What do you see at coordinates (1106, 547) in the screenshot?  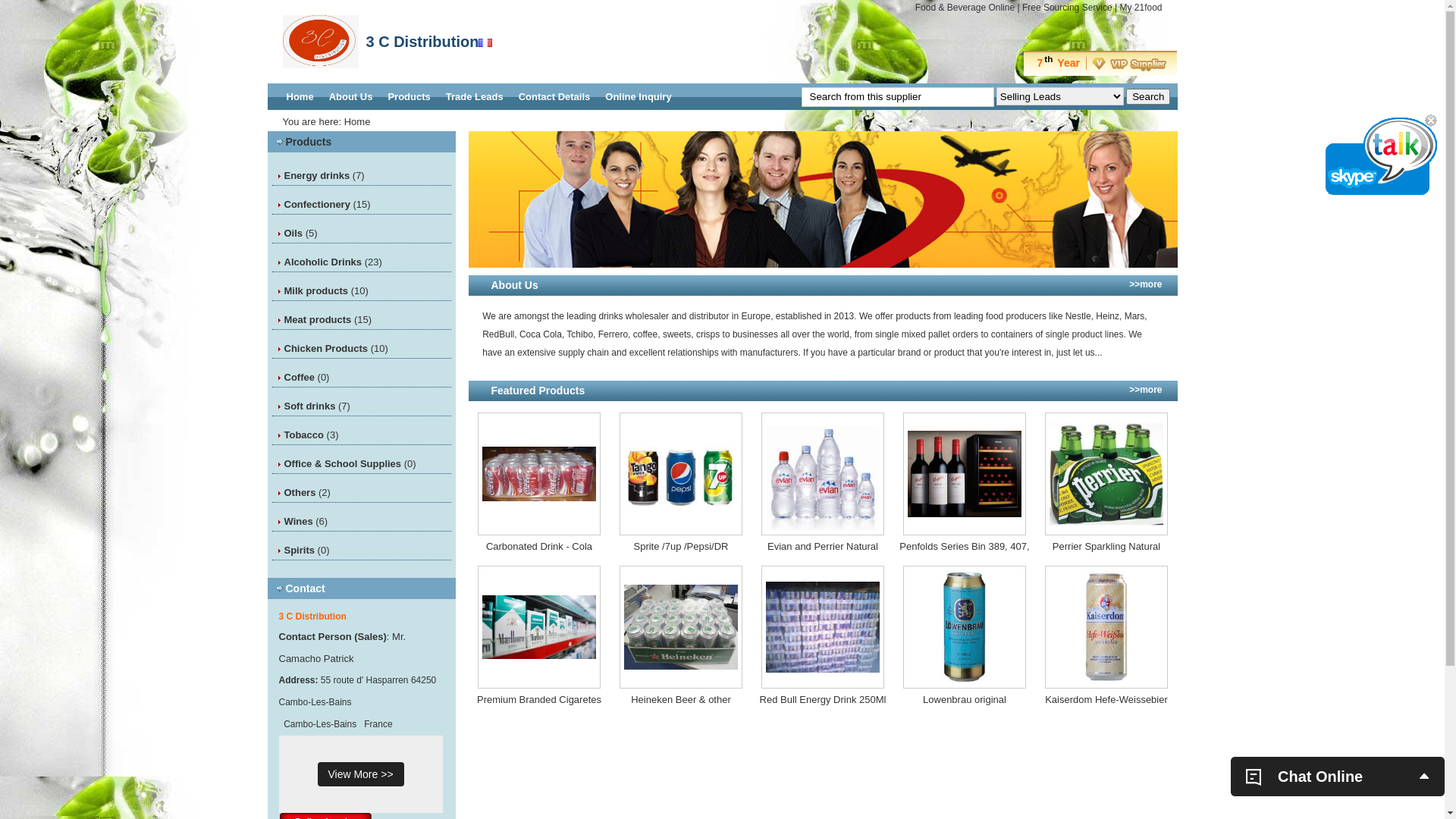 I see `'Perrier Sparkling Natural Mineral Water'` at bounding box center [1106, 547].